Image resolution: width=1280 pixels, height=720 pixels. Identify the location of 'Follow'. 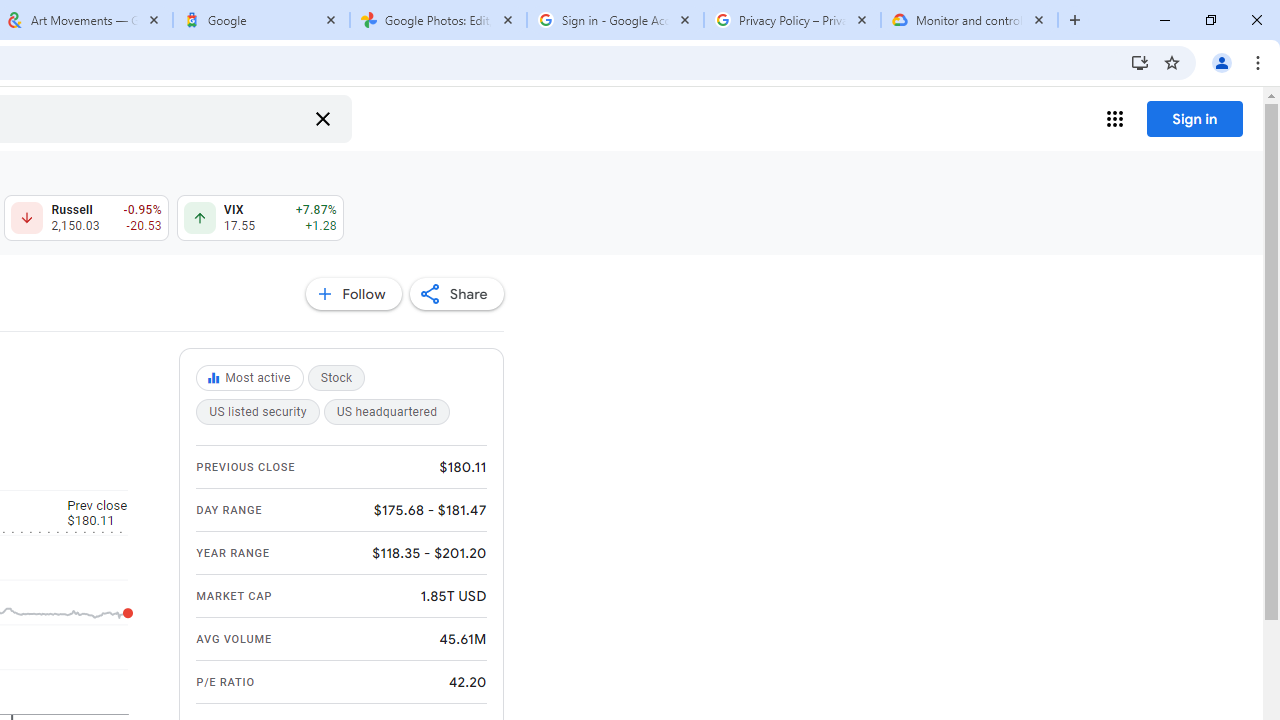
(353, 294).